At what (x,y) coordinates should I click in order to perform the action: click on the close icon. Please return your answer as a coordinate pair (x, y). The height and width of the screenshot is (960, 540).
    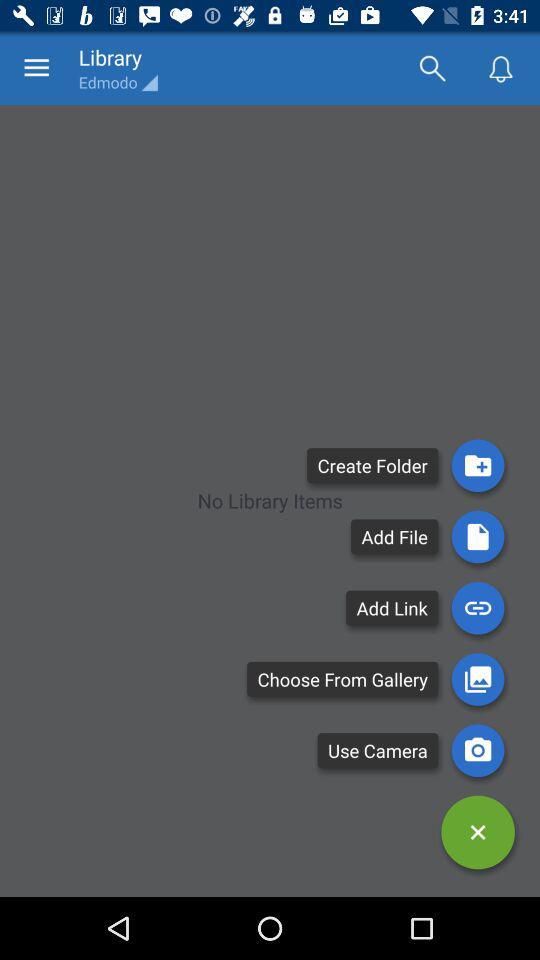
    Looking at the image, I should click on (477, 832).